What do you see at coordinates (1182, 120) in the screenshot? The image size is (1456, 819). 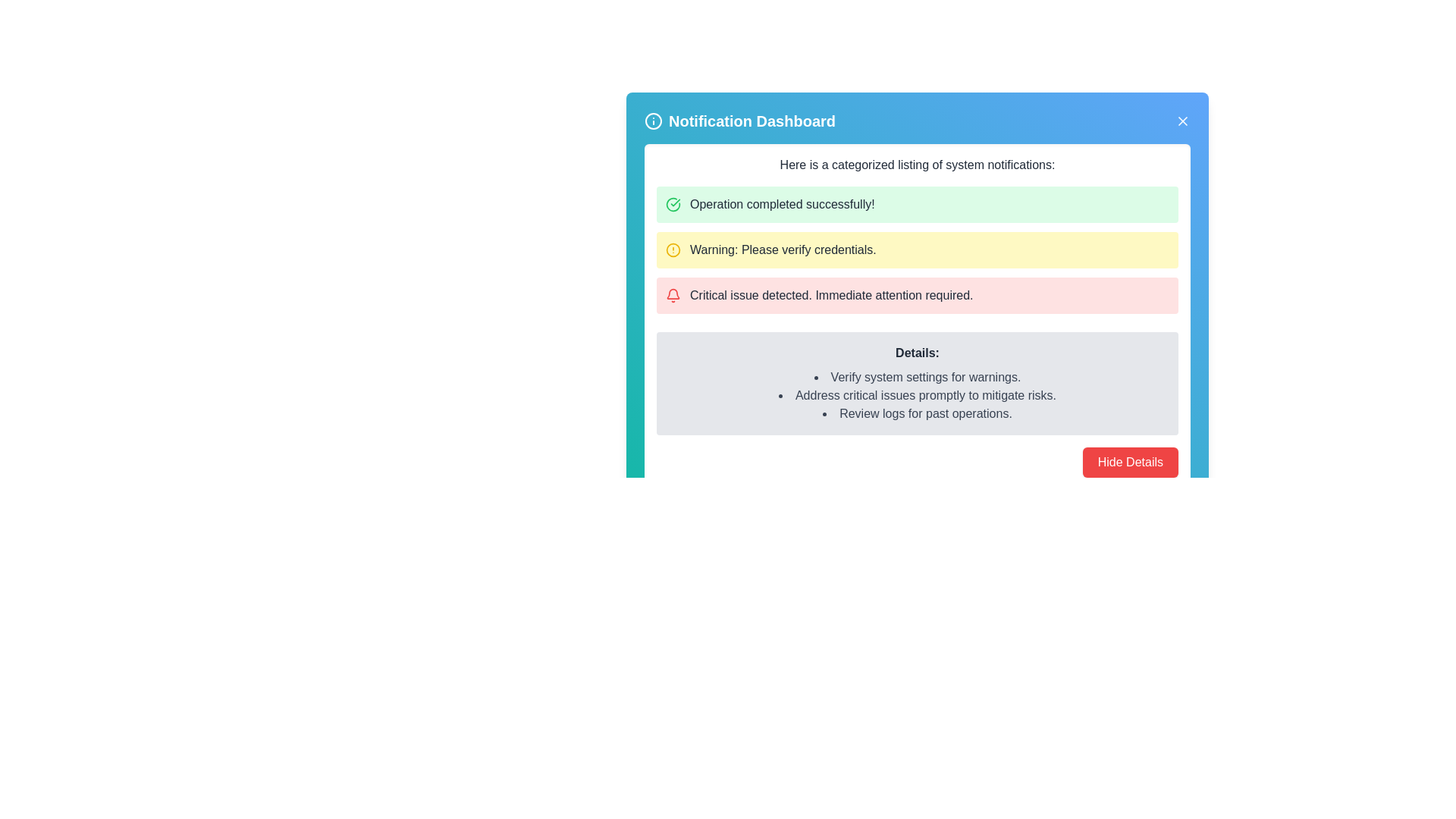 I see `the 'X' icon, which serves as a close or dismiss button located in the top-right corner of the notification panel` at bounding box center [1182, 120].